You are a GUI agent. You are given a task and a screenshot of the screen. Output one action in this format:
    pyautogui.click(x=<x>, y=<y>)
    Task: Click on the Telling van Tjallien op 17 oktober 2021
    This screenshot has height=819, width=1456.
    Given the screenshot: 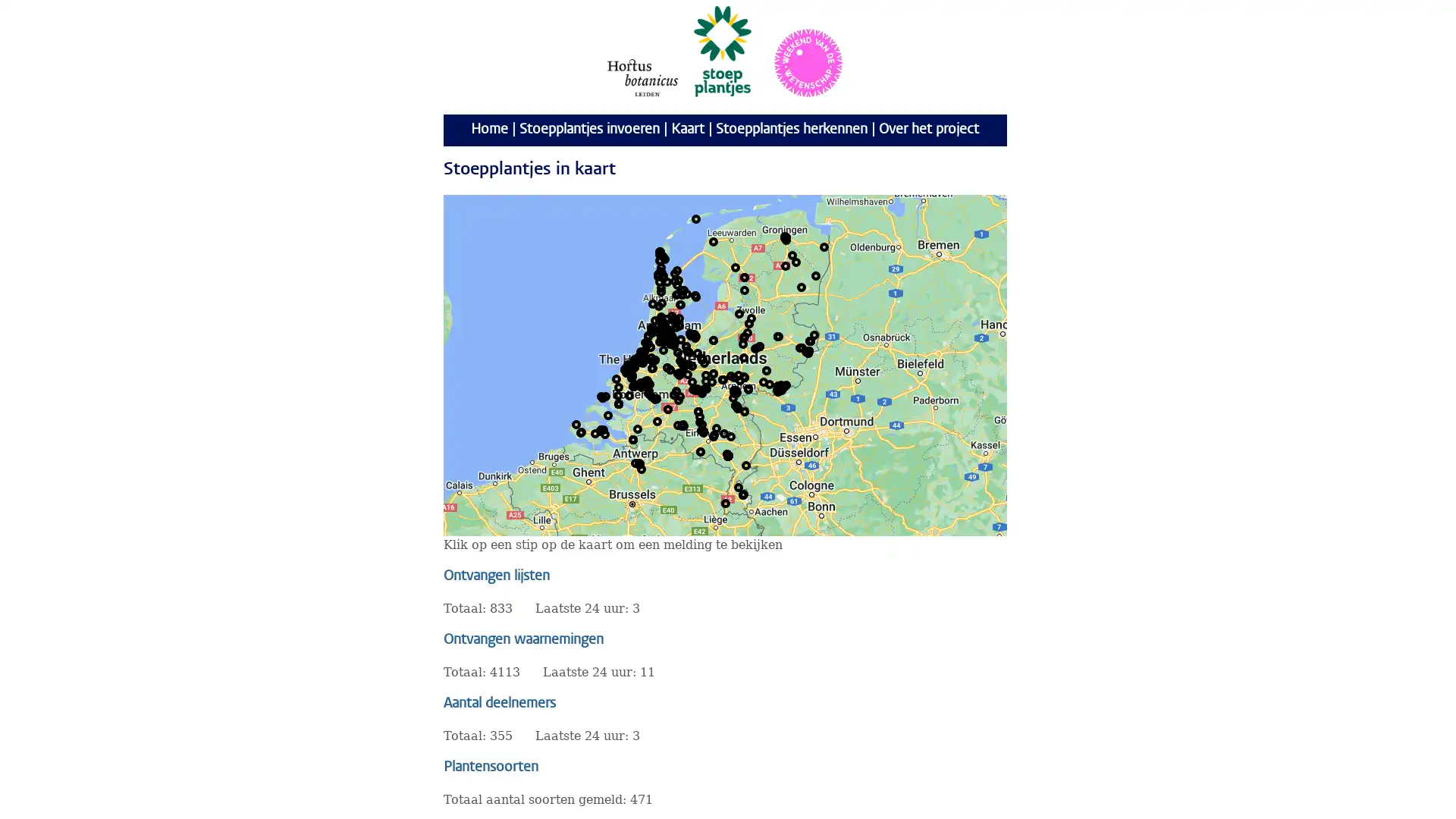 What is the action you would take?
    pyautogui.click(x=745, y=289)
    